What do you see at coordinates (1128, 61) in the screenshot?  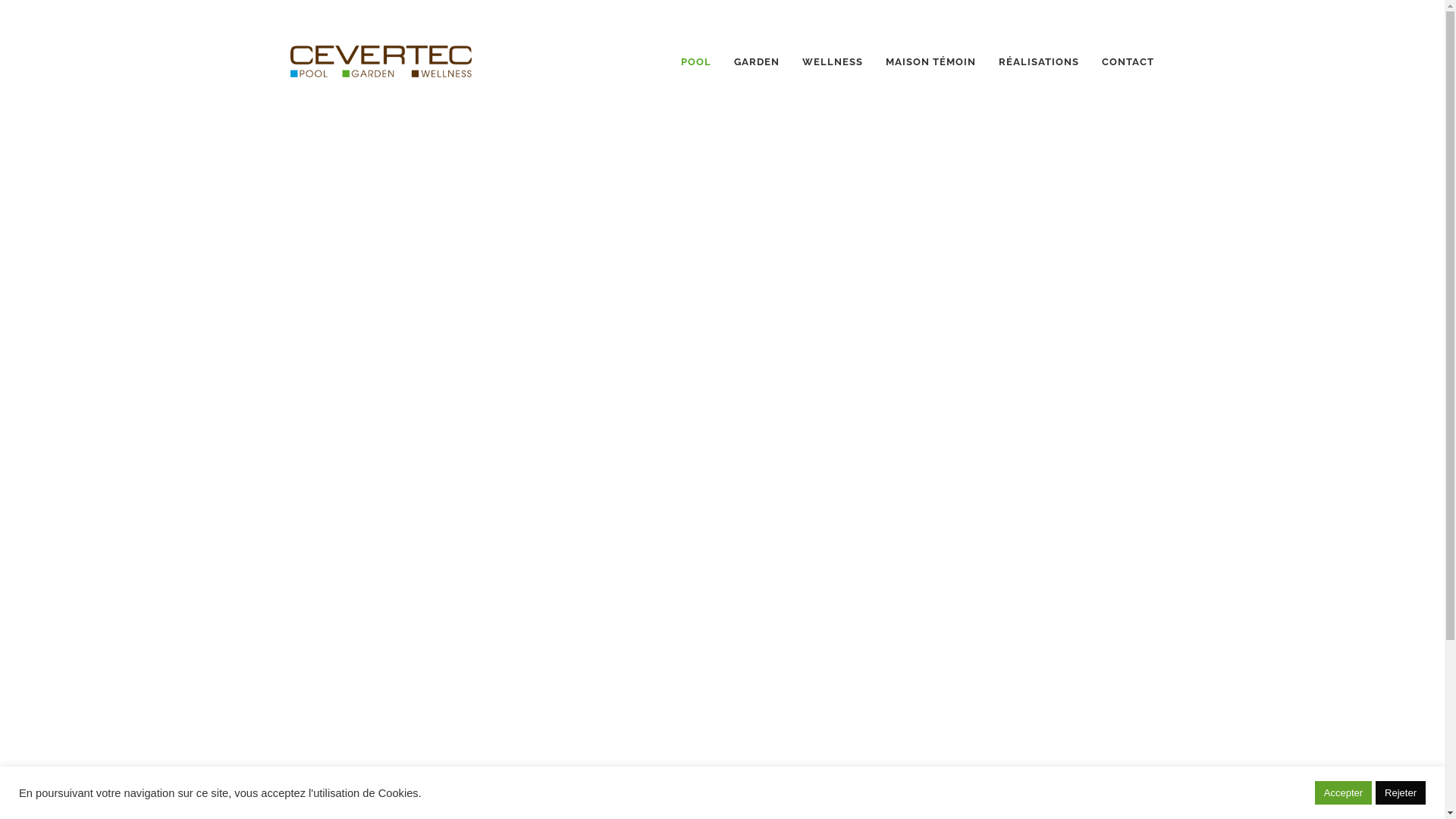 I see `'CONTACT'` at bounding box center [1128, 61].